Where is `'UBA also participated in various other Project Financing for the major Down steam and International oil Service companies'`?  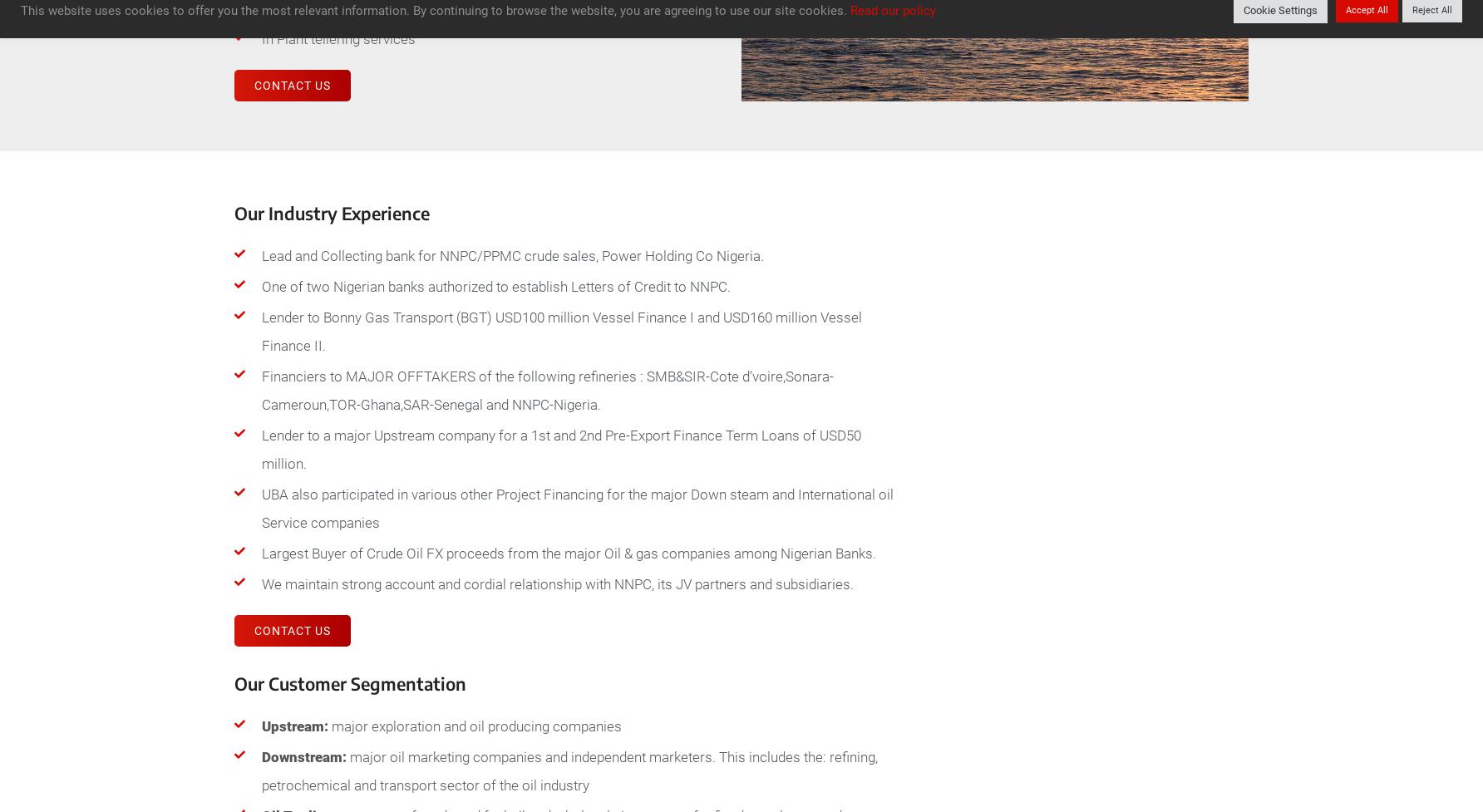 'UBA also participated in various other Project Financing for the major Down steam and International oil Service companies' is located at coordinates (262, 507).